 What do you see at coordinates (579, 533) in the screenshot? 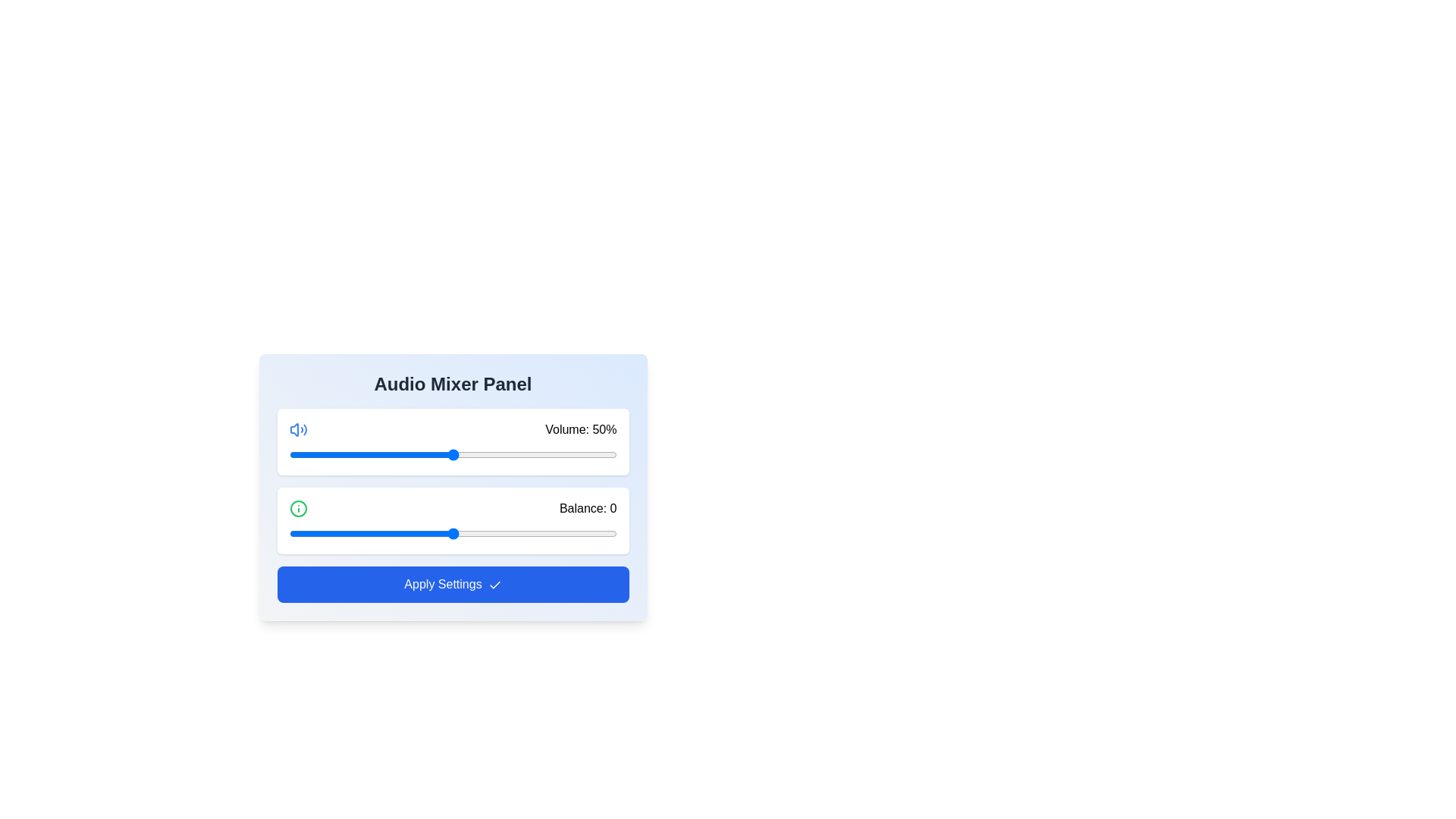
I see `the balance slider to set the balance to 39` at bounding box center [579, 533].